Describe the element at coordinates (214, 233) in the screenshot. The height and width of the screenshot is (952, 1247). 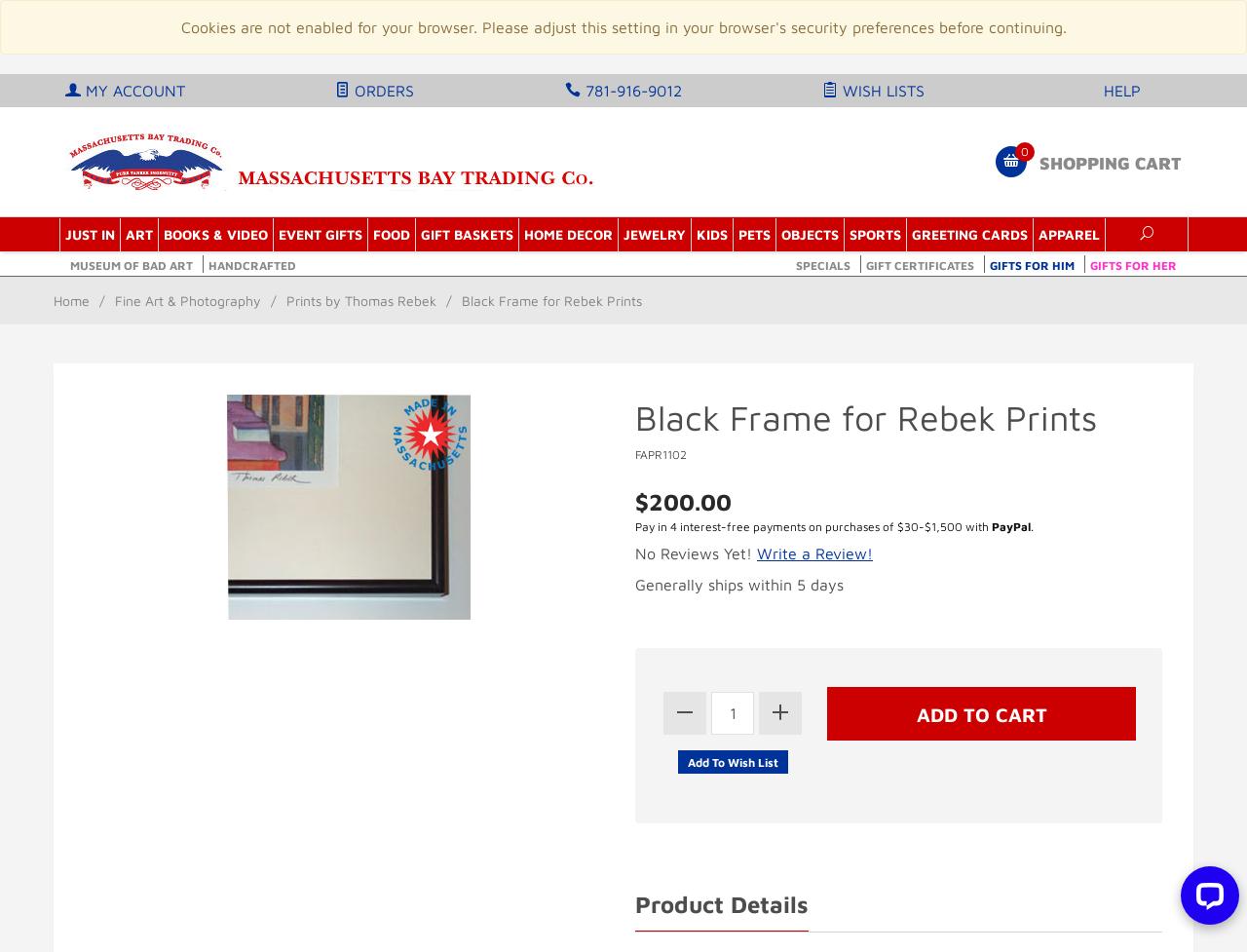
I see `'Books & Video'` at that location.